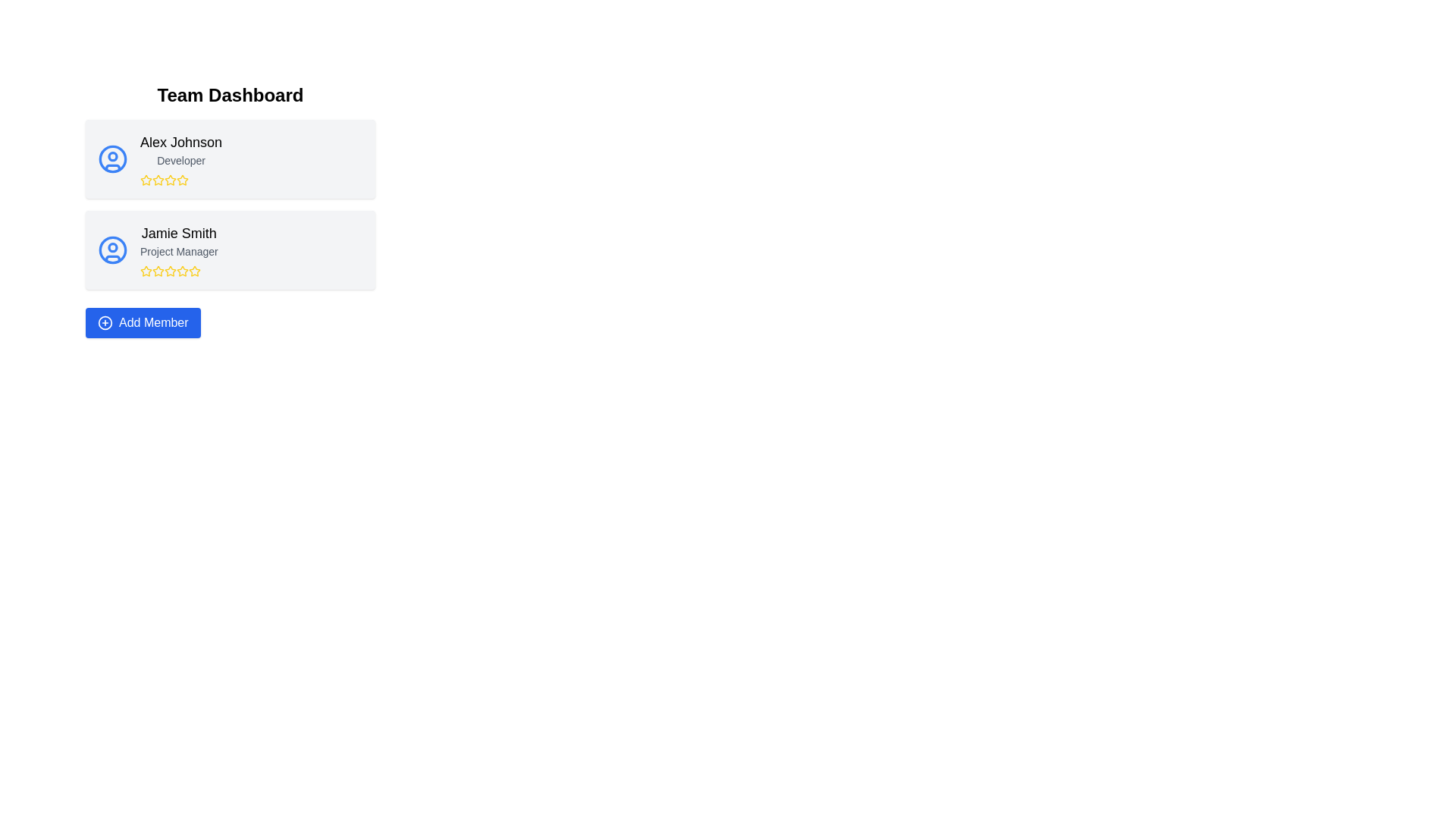 The height and width of the screenshot is (819, 1456). Describe the element at coordinates (179, 250) in the screenshot. I see `the text label that reads 'Project Manager,' which is positioned directly below 'Jamie Smith' in the second row of the team list` at that location.